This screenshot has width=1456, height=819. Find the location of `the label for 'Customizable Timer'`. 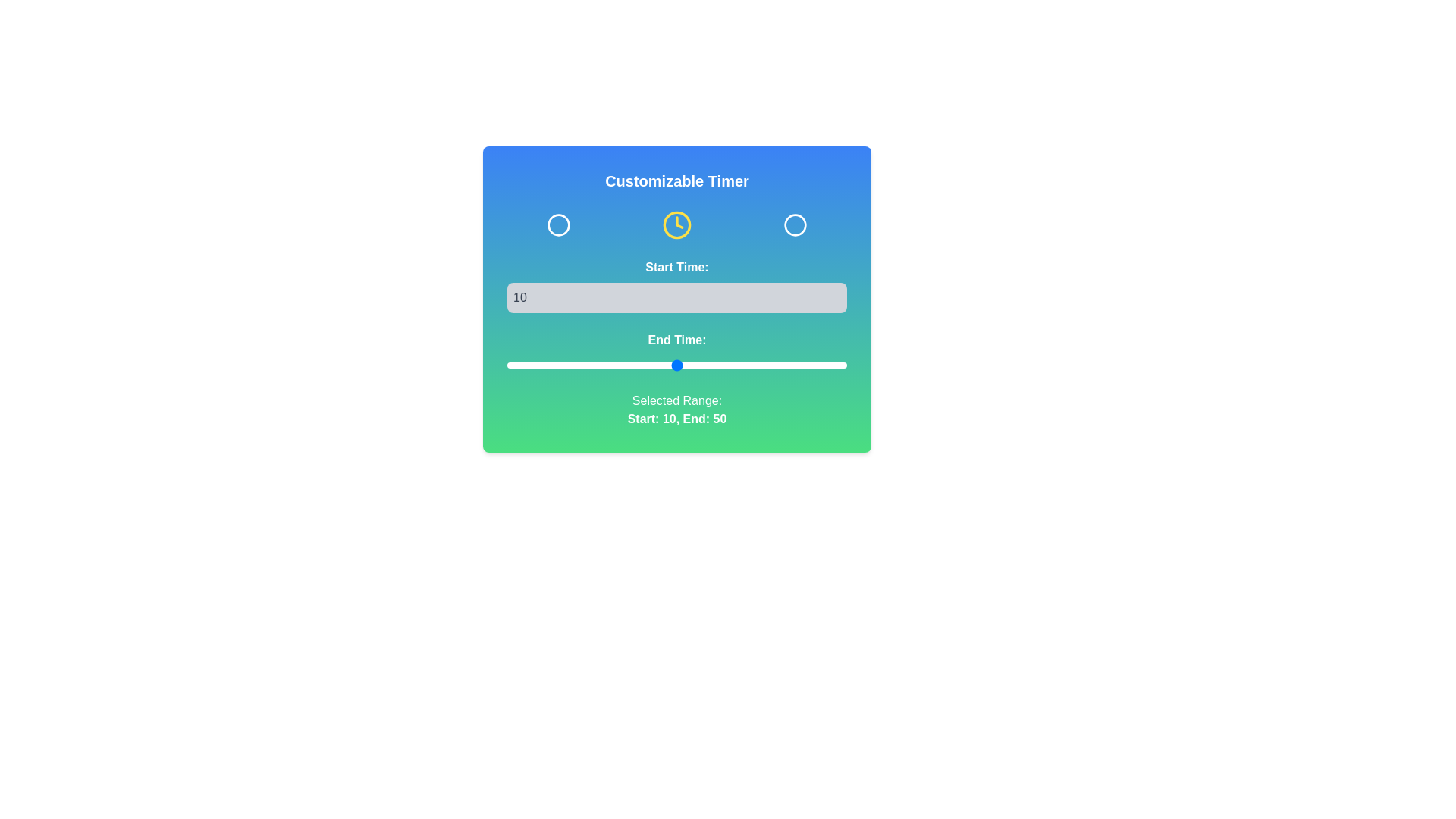

the label for 'Customizable Timer' is located at coordinates (676, 286).